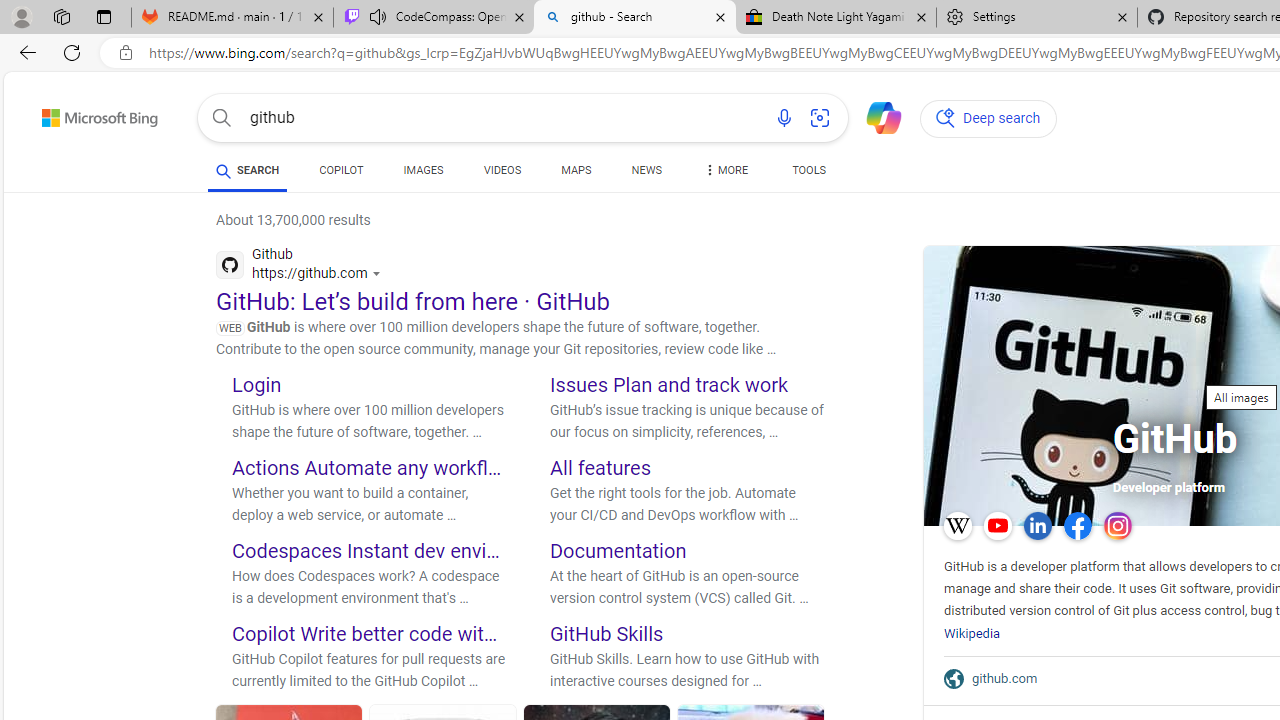  What do you see at coordinates (86, 114) in the screenshot?
I see `'Back to Bing search'` at bounding box center [86, 114].